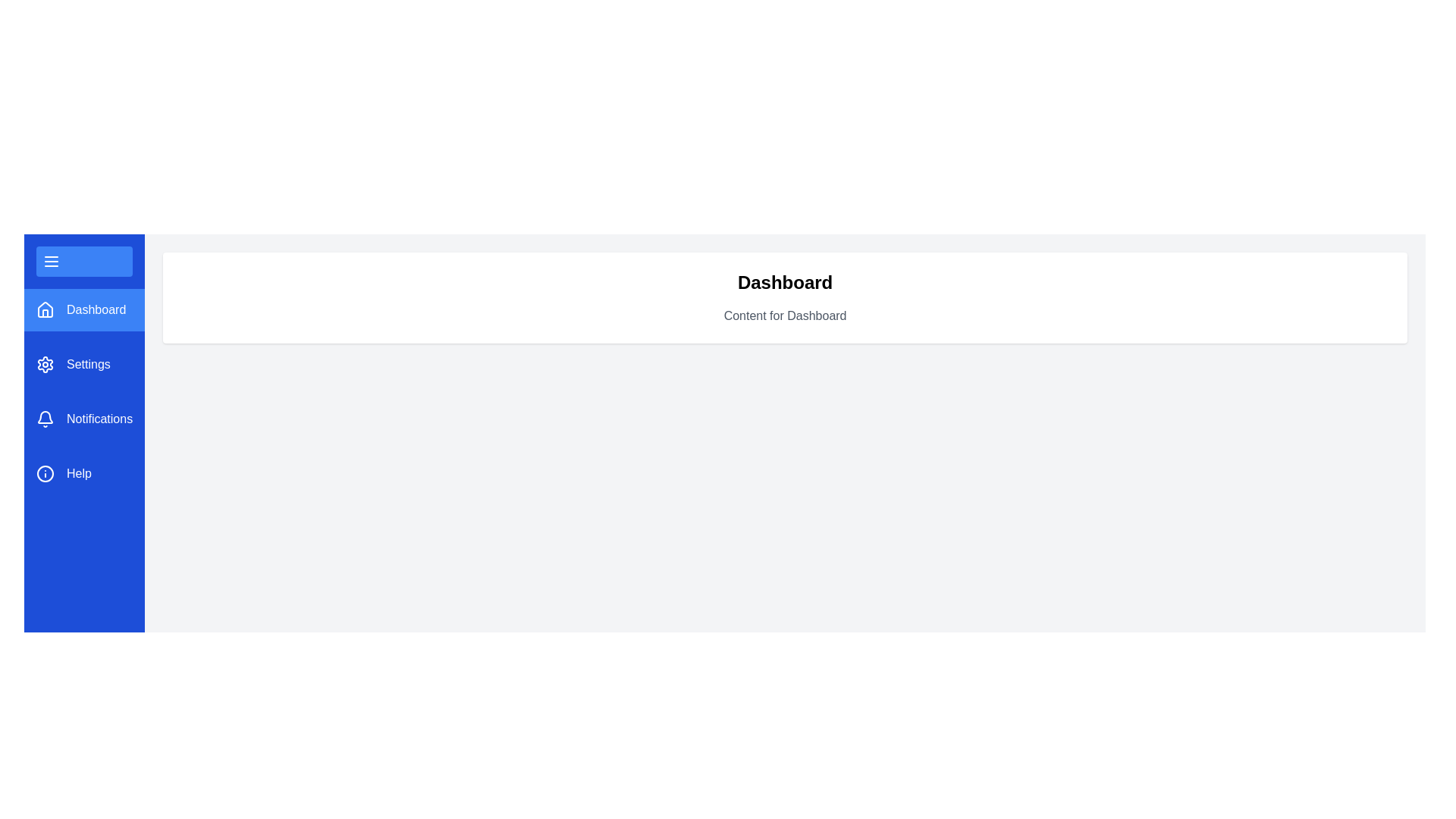 Image resolution: width=1456 pixels, height=819 pixels. Describe the element at coordinates (83, 309) in the screenshot. I see `the Navigation Button with a blue background and 'Dashboard' text` at that location.